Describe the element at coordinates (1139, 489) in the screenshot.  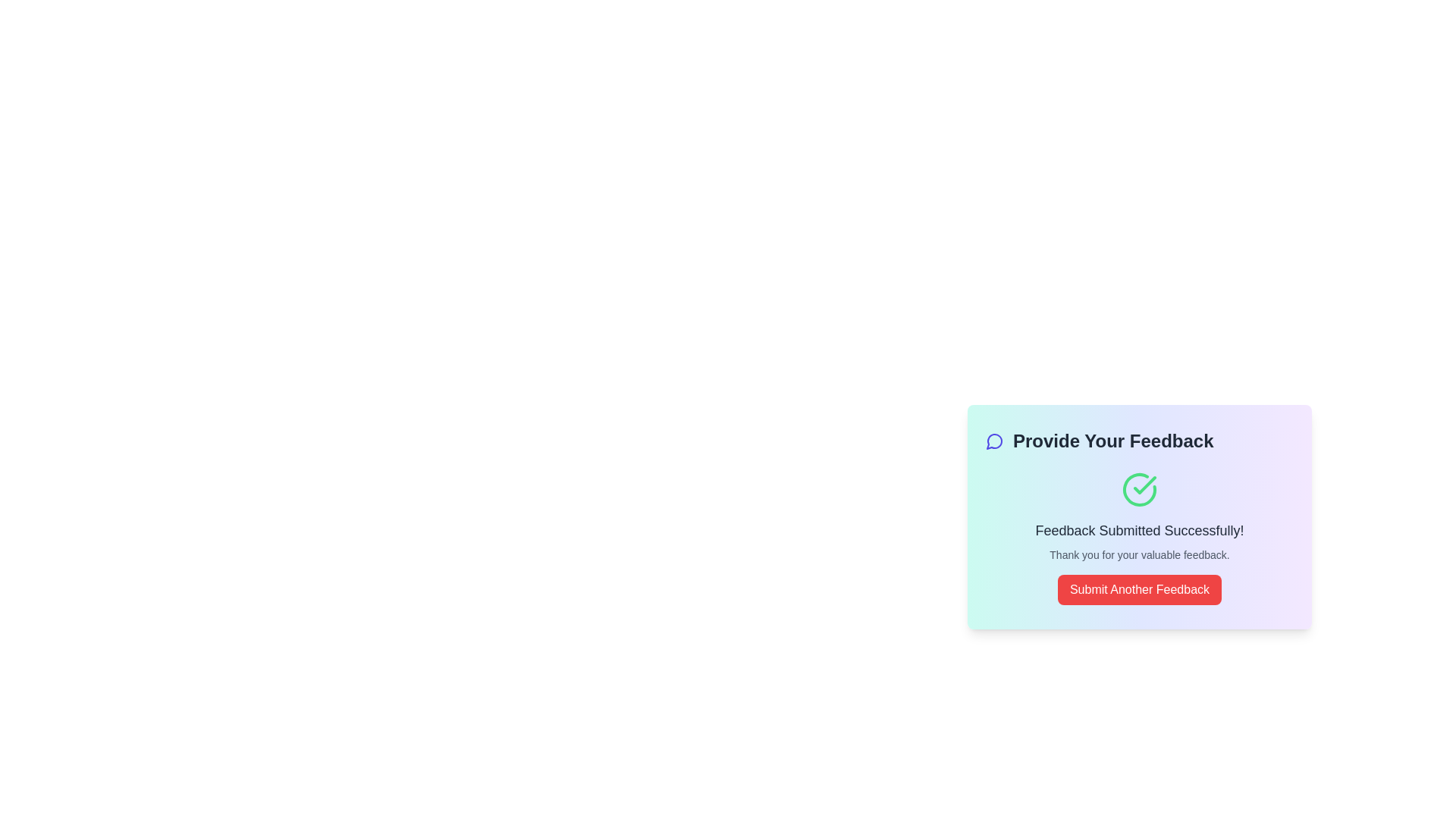
I see `the outer circular part of the success icon, which is positioned centrally above the confirmation text in the confirmation modal` at that location.